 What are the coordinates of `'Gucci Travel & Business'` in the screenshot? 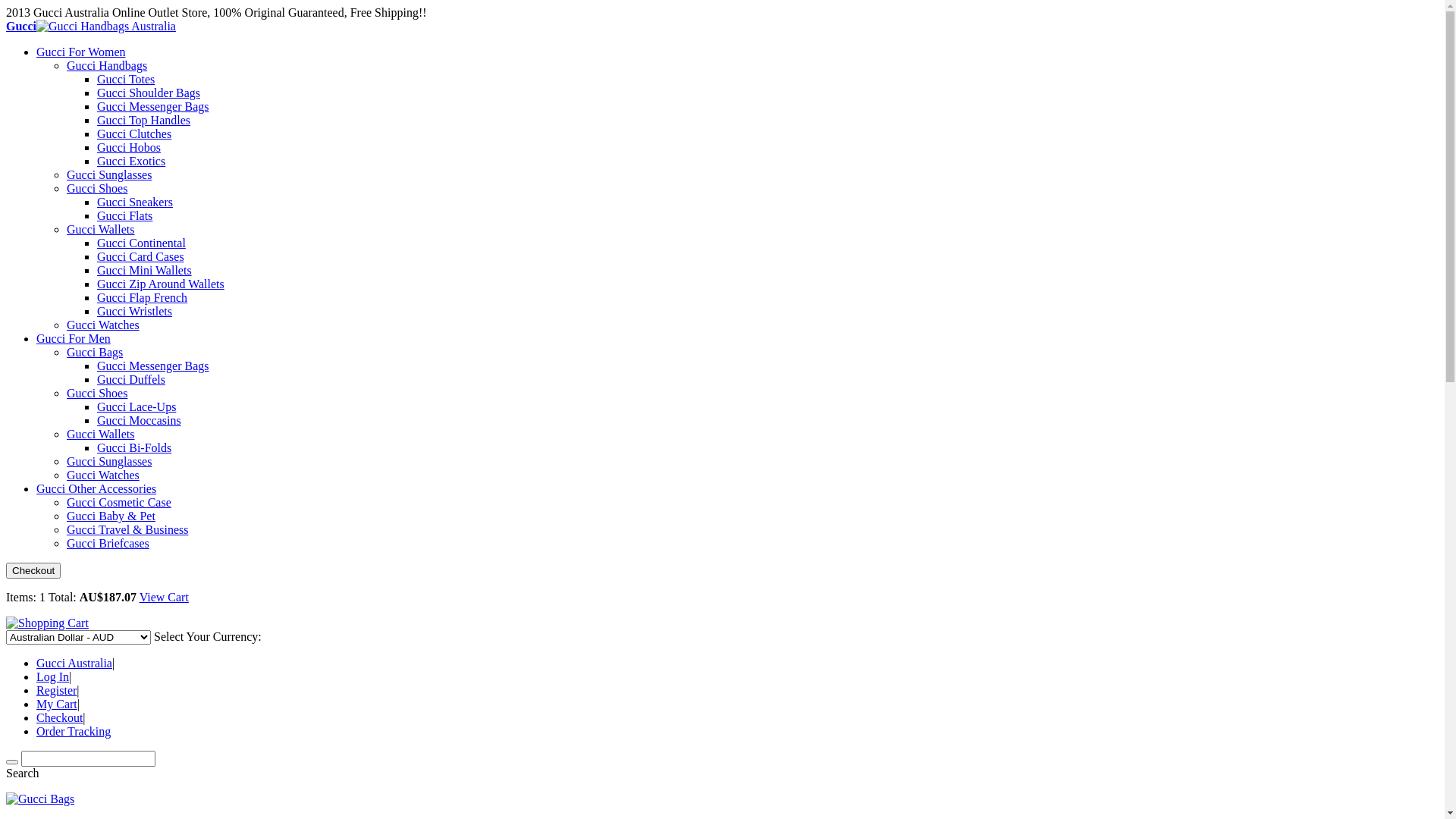 It's located at (127, 529).